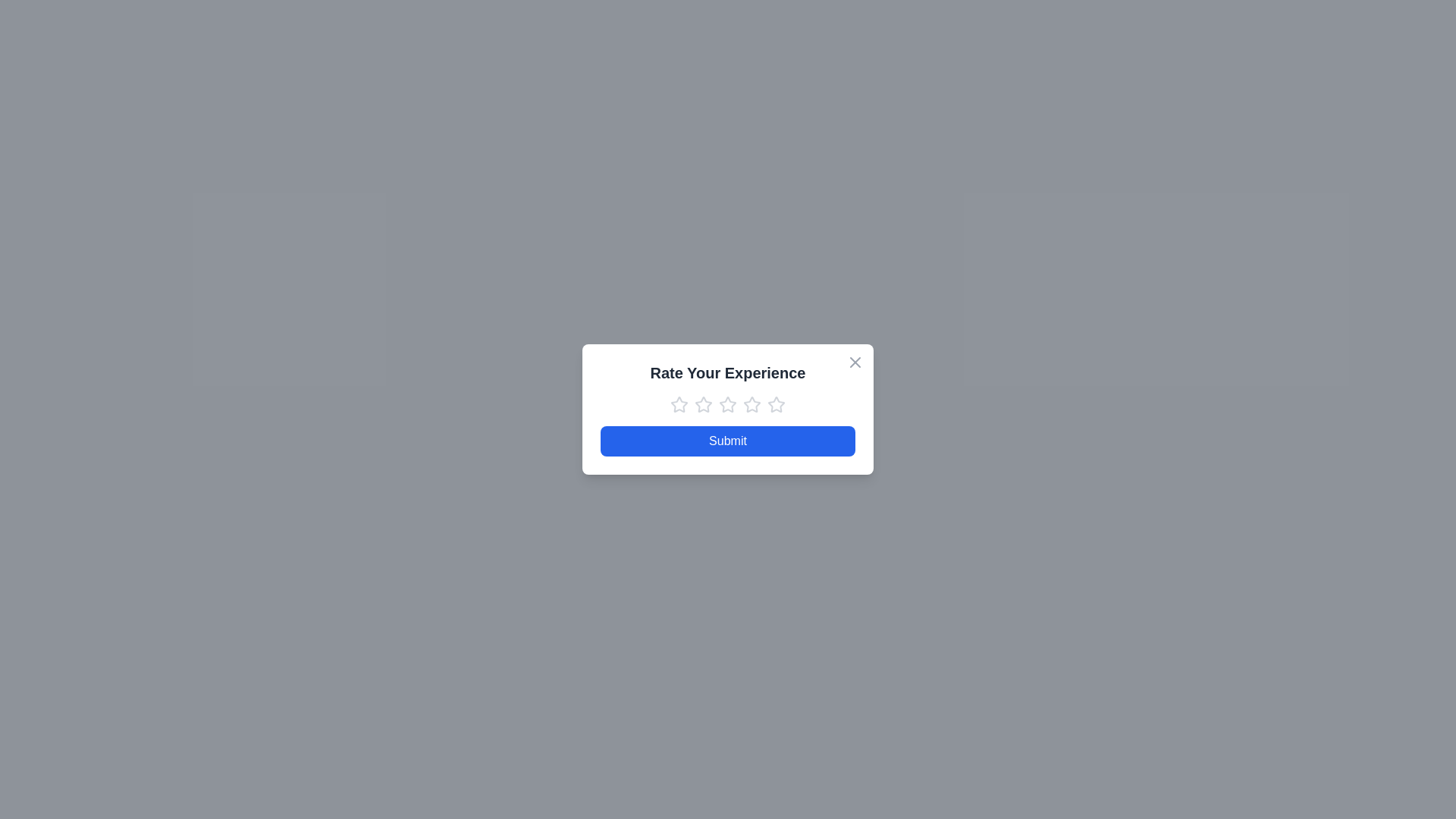  I want to click on the star corresponding to 2 to preview the rating, so click(702, 403).